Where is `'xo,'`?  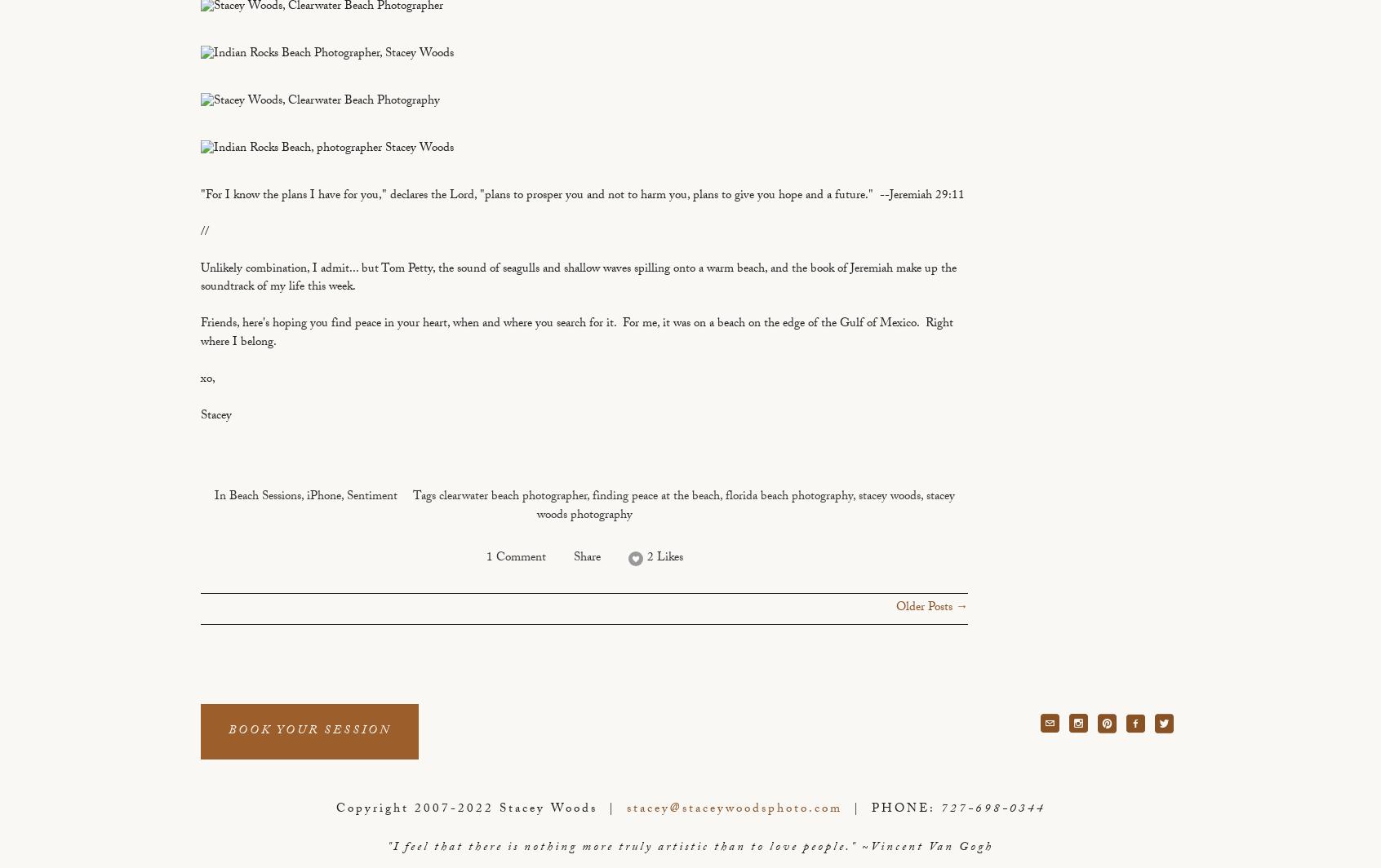 'xo,' is located at coordinates (207, 379).